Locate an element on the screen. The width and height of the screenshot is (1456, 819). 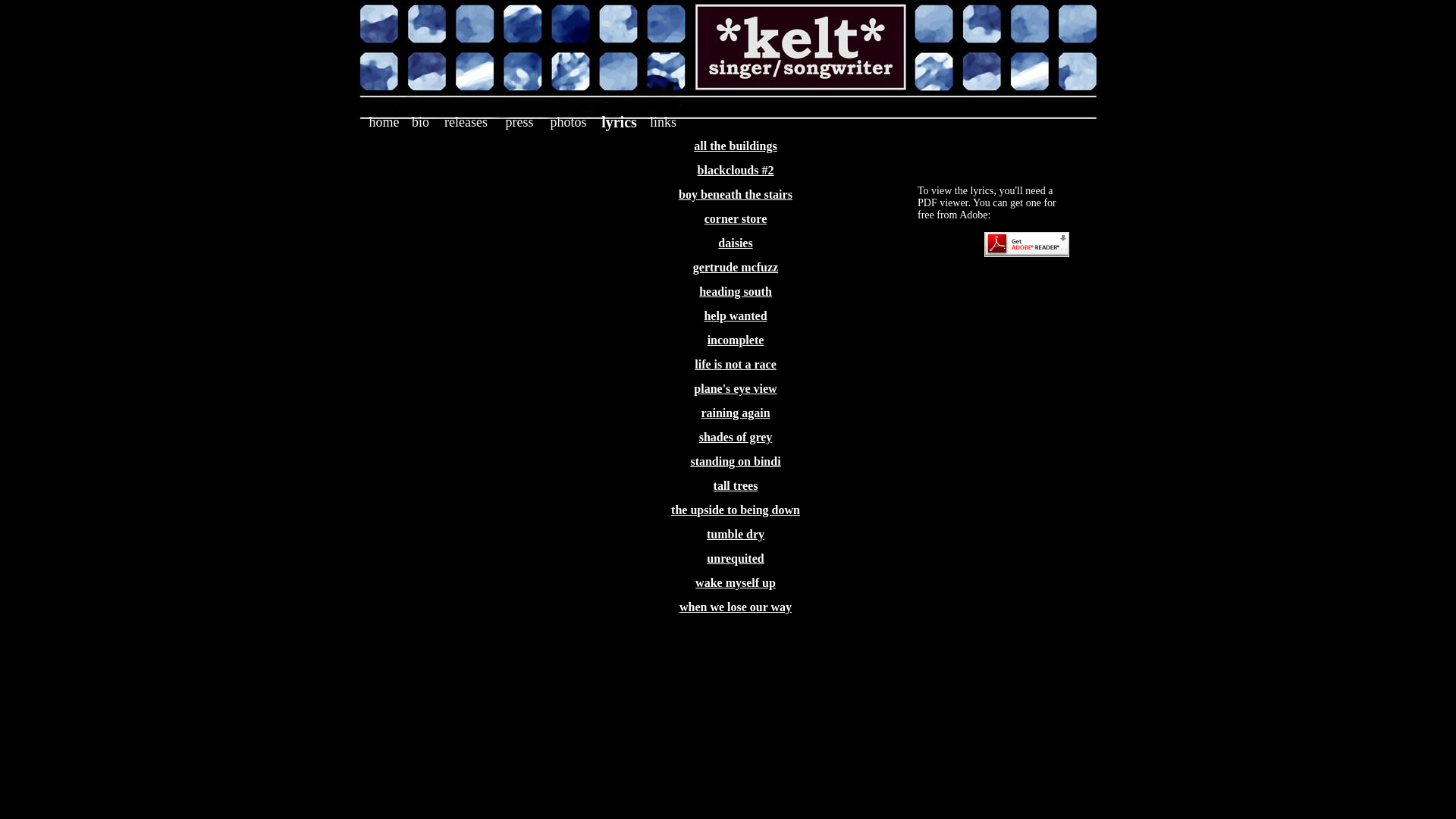
'raining again' is located at coordinates (735, 413).